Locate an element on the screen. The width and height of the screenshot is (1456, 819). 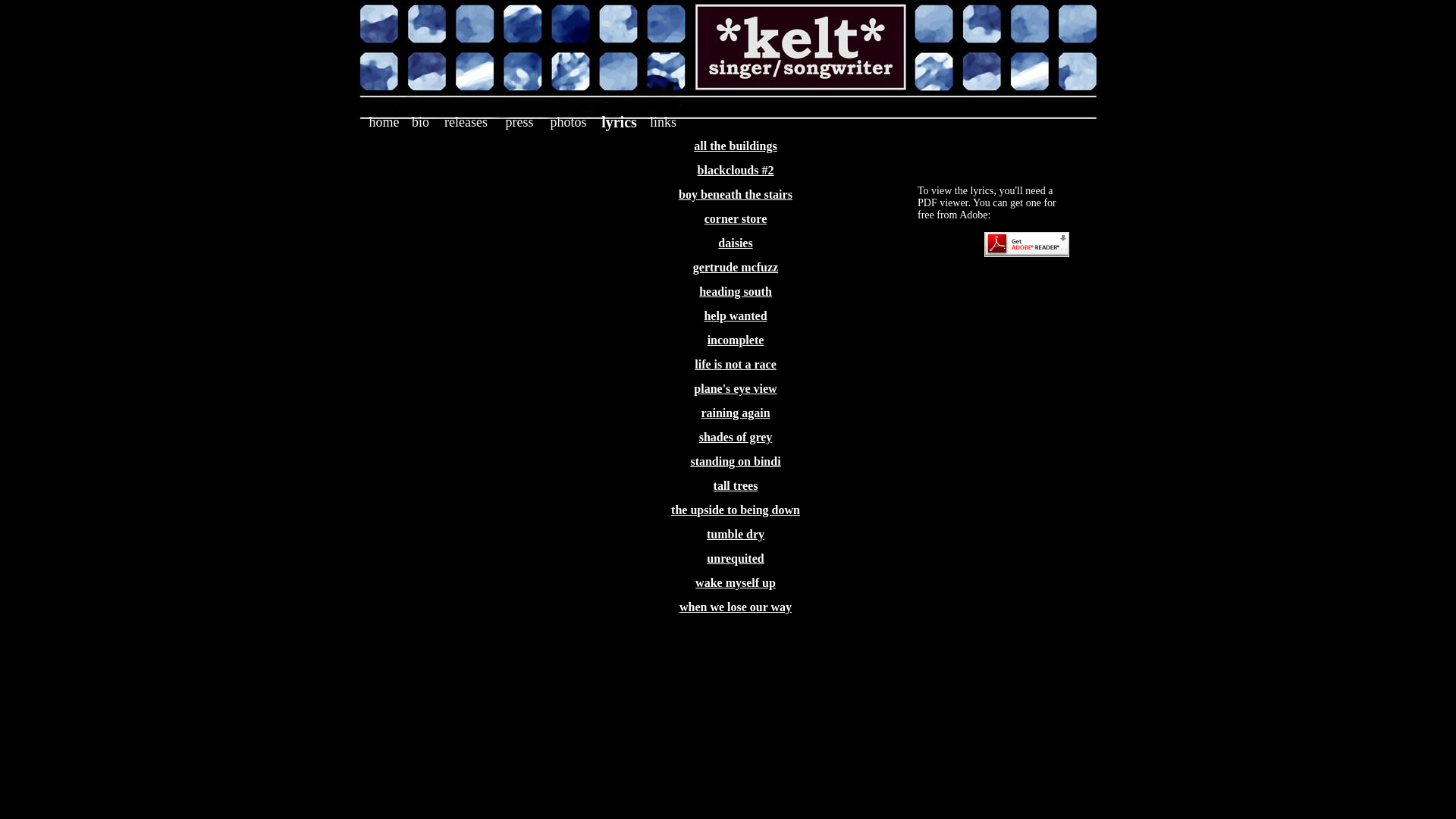
'raining again' is located at coordinates (735, 413).